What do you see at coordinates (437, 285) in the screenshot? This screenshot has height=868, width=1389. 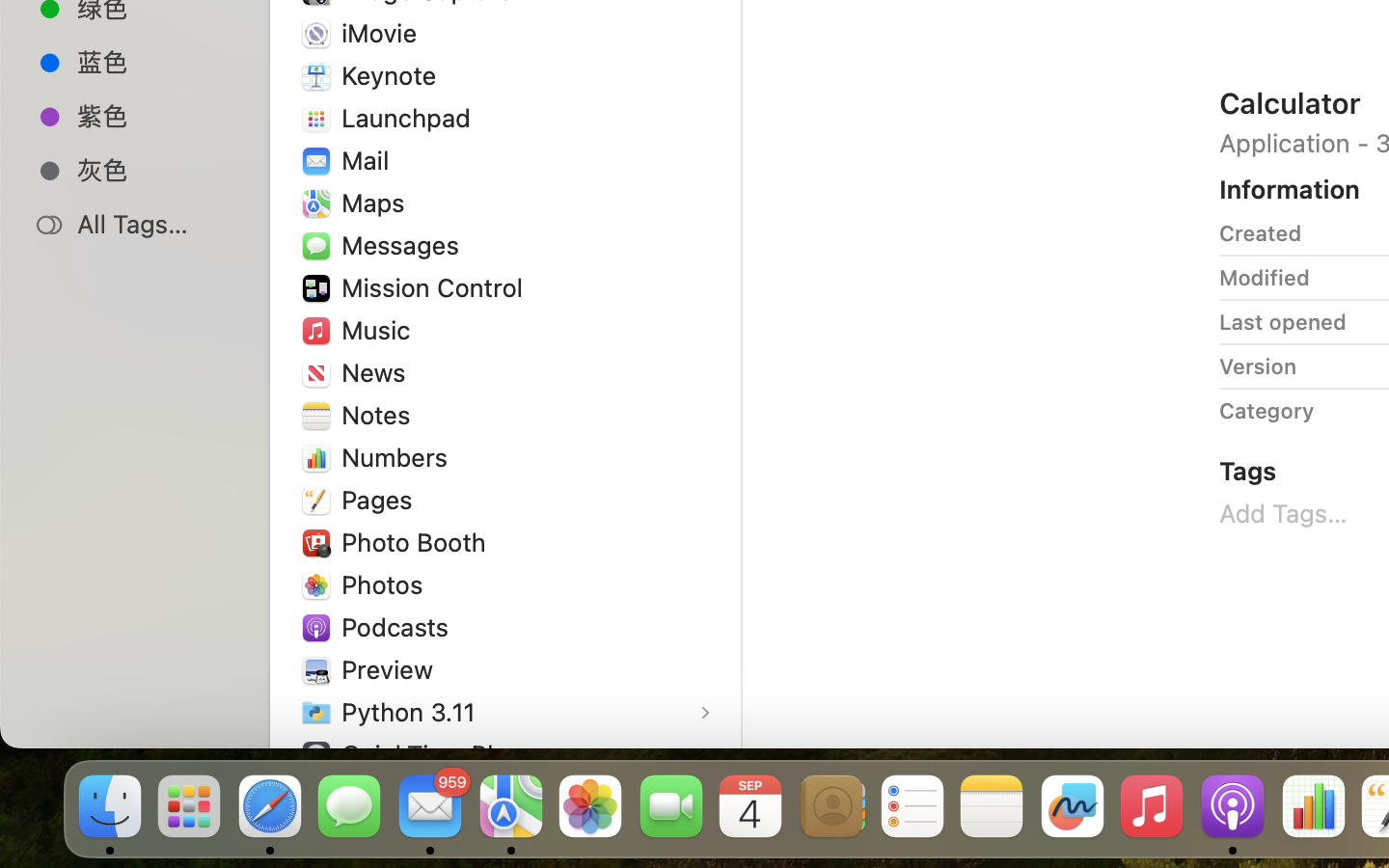 I see `'Mission Control'` at bounding box center [437, 285].